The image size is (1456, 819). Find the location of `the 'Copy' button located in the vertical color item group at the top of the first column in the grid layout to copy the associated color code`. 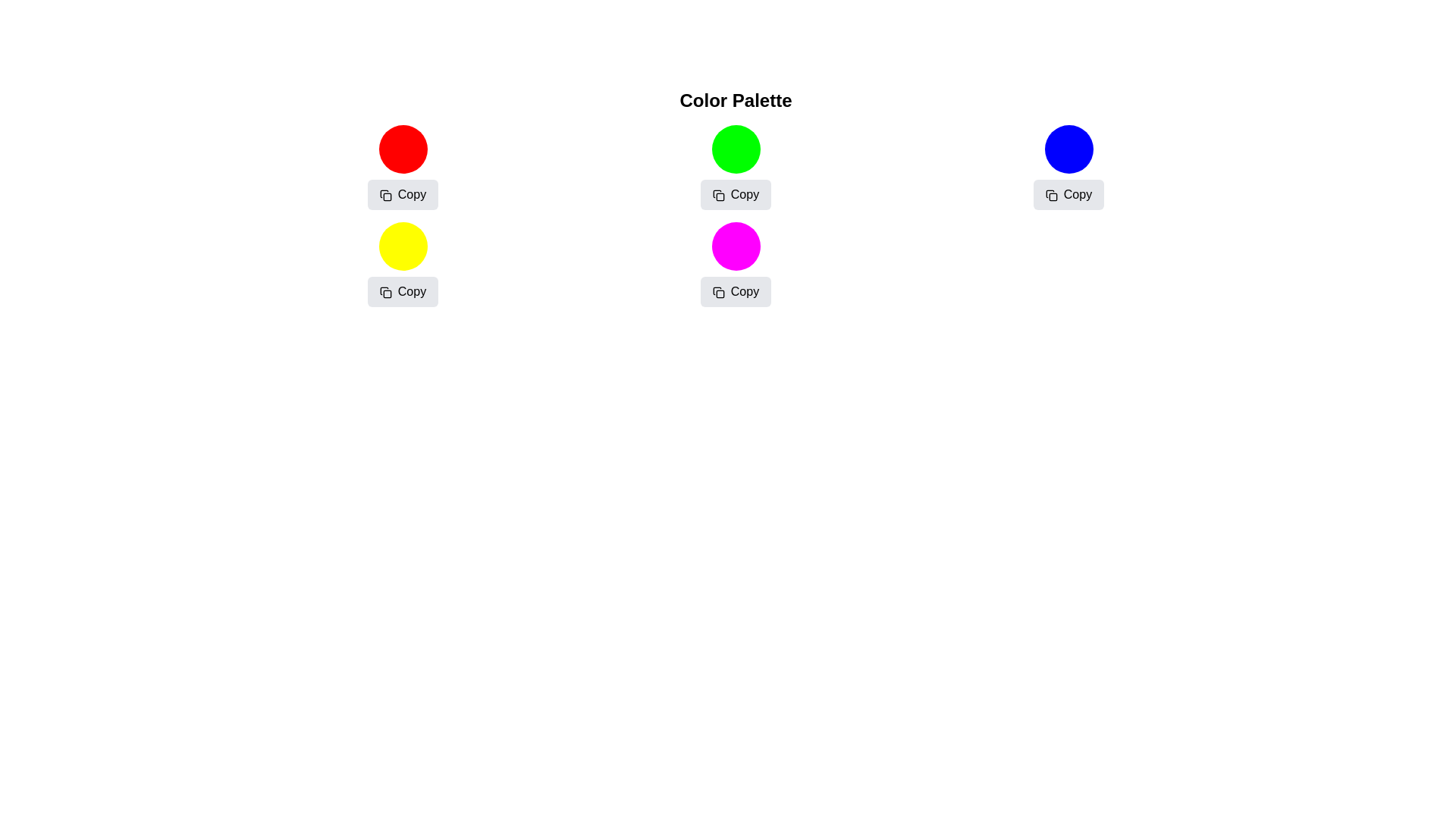

the 'Copy' button located in the vertical color item group at the top of the first column in the grid layout to copy the associated color code is located at coordinates (403, 167).